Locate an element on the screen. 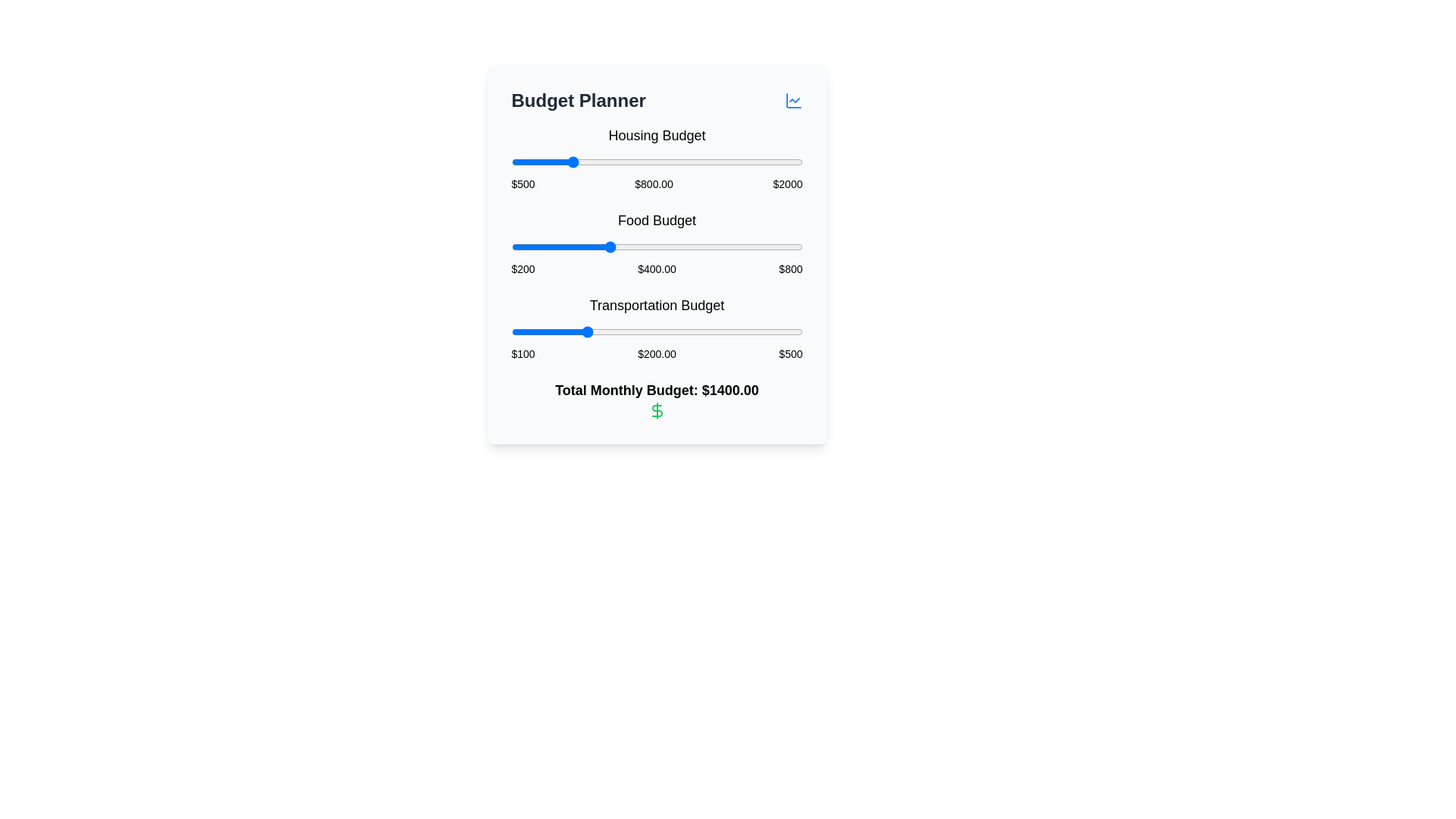 The image size is (1456, 819). the housing budget slider is located at coordinates (564, 162).